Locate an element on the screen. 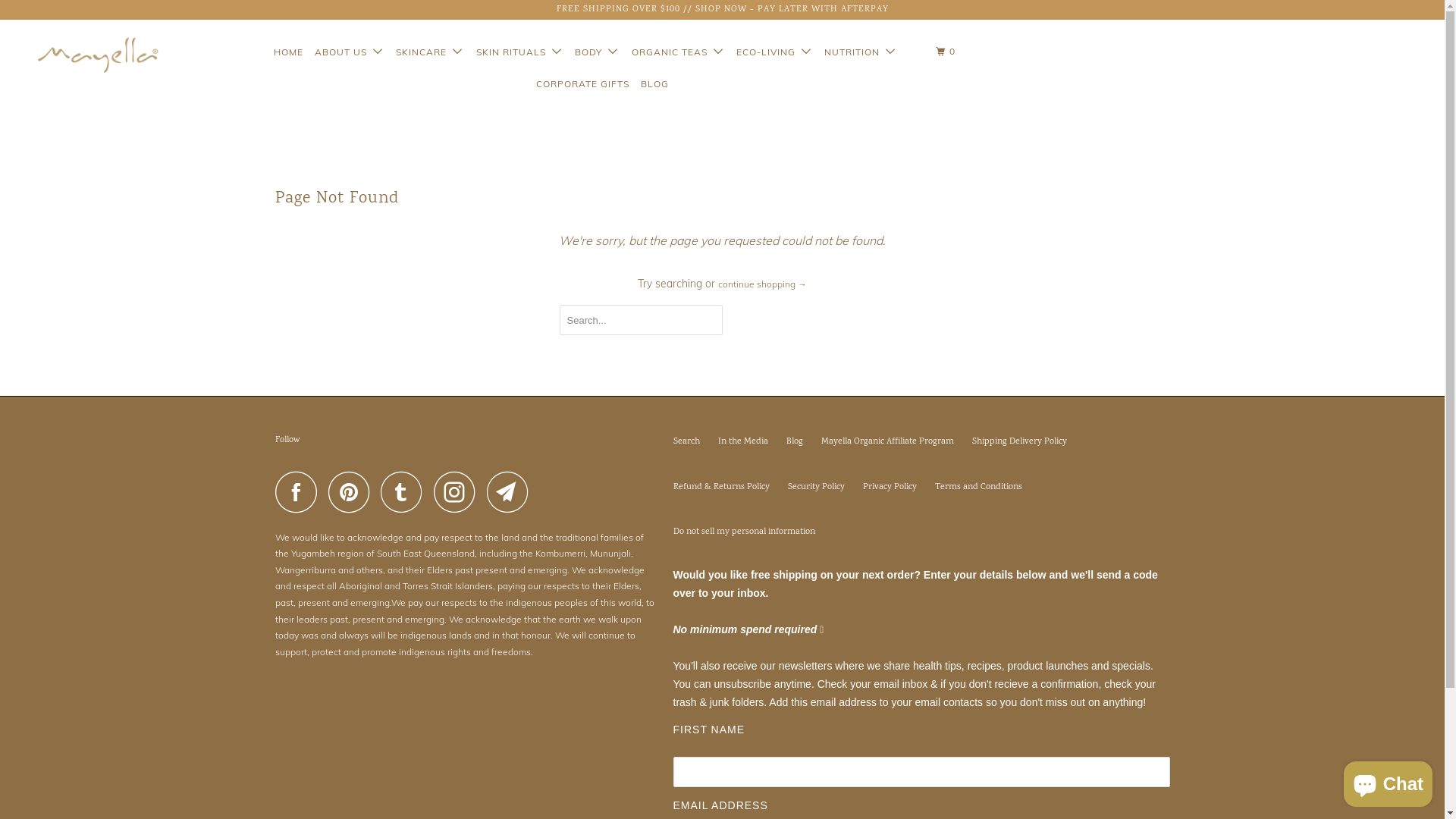 Image resolution: width=1456 pixels, height=819 pixels. 'In the Media' is located at coordinates (742, 441).